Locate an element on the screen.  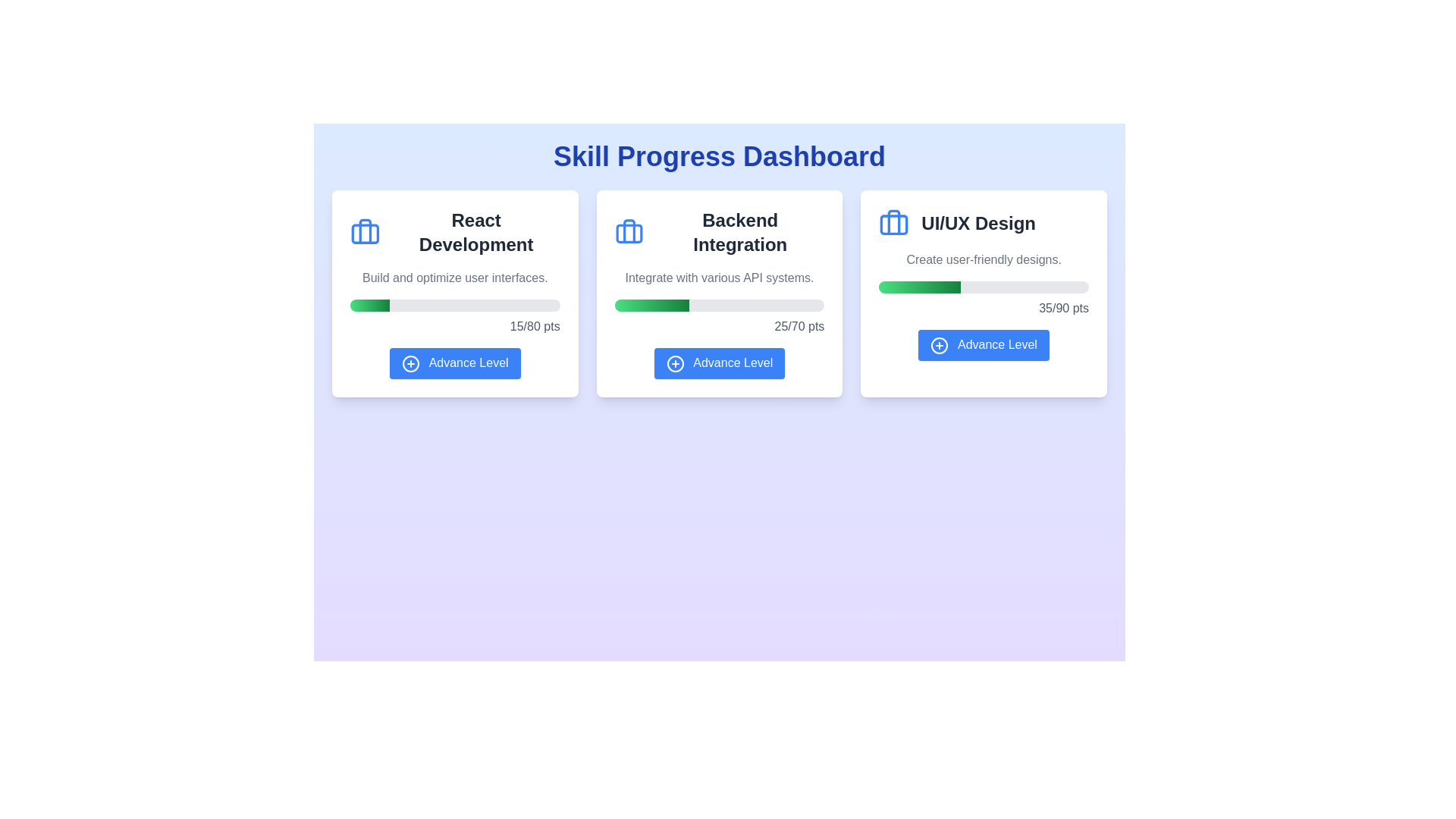
text from the title Text Block located at the top of the white rounded rectangular card in the first column of the three-column layout is located at coordinates (454, 233).